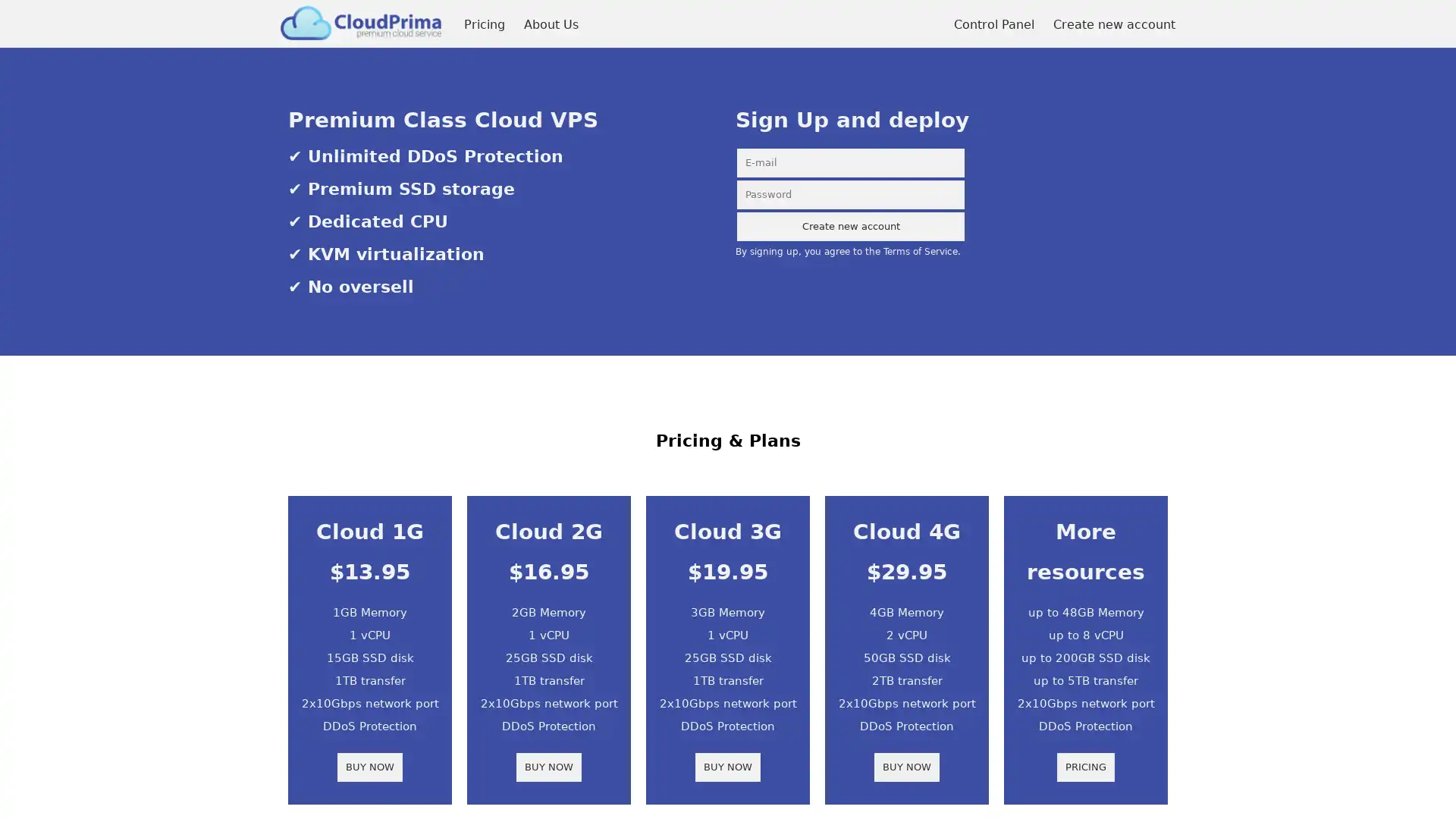 The image size is (1456, 819). What do you see at coordinates (906, 767) in the screenshot?
I see `buy now` at bounding box center [906, 767].